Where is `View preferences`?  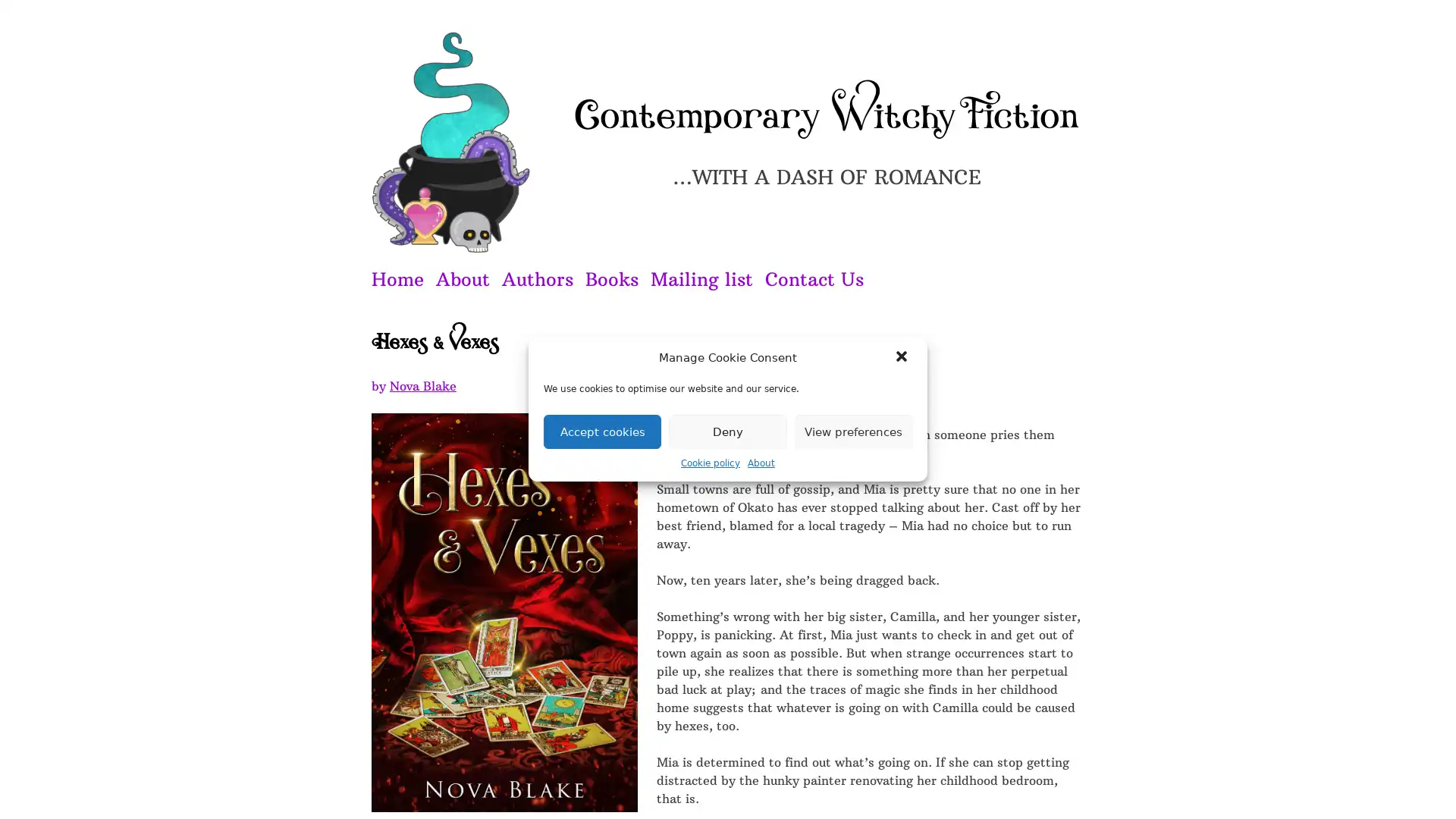
View preferences is located at coordinates (852, 431).